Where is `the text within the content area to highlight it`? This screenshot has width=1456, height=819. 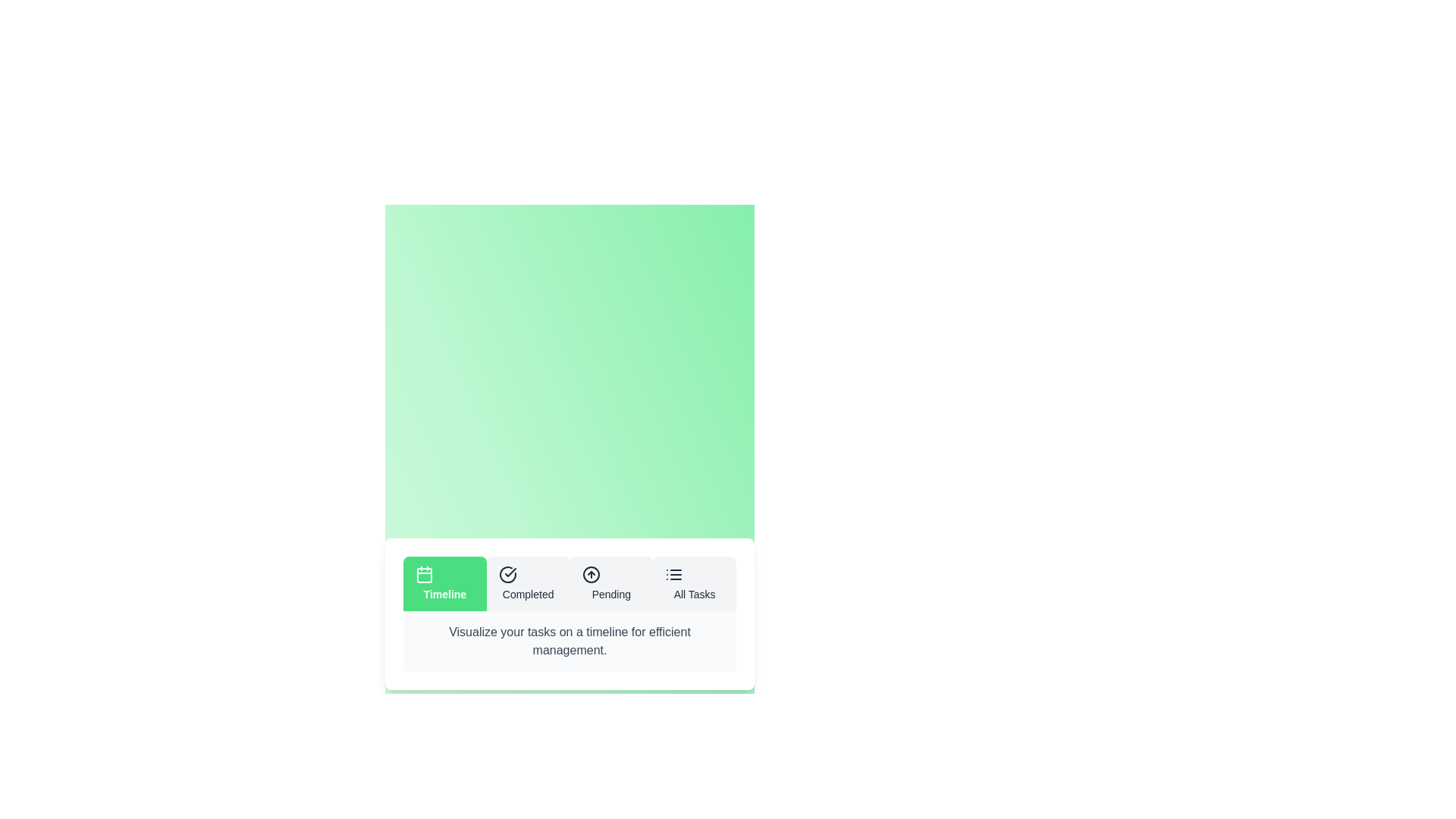 the text within the content area to highlight it is located at coordinates (569, 641).